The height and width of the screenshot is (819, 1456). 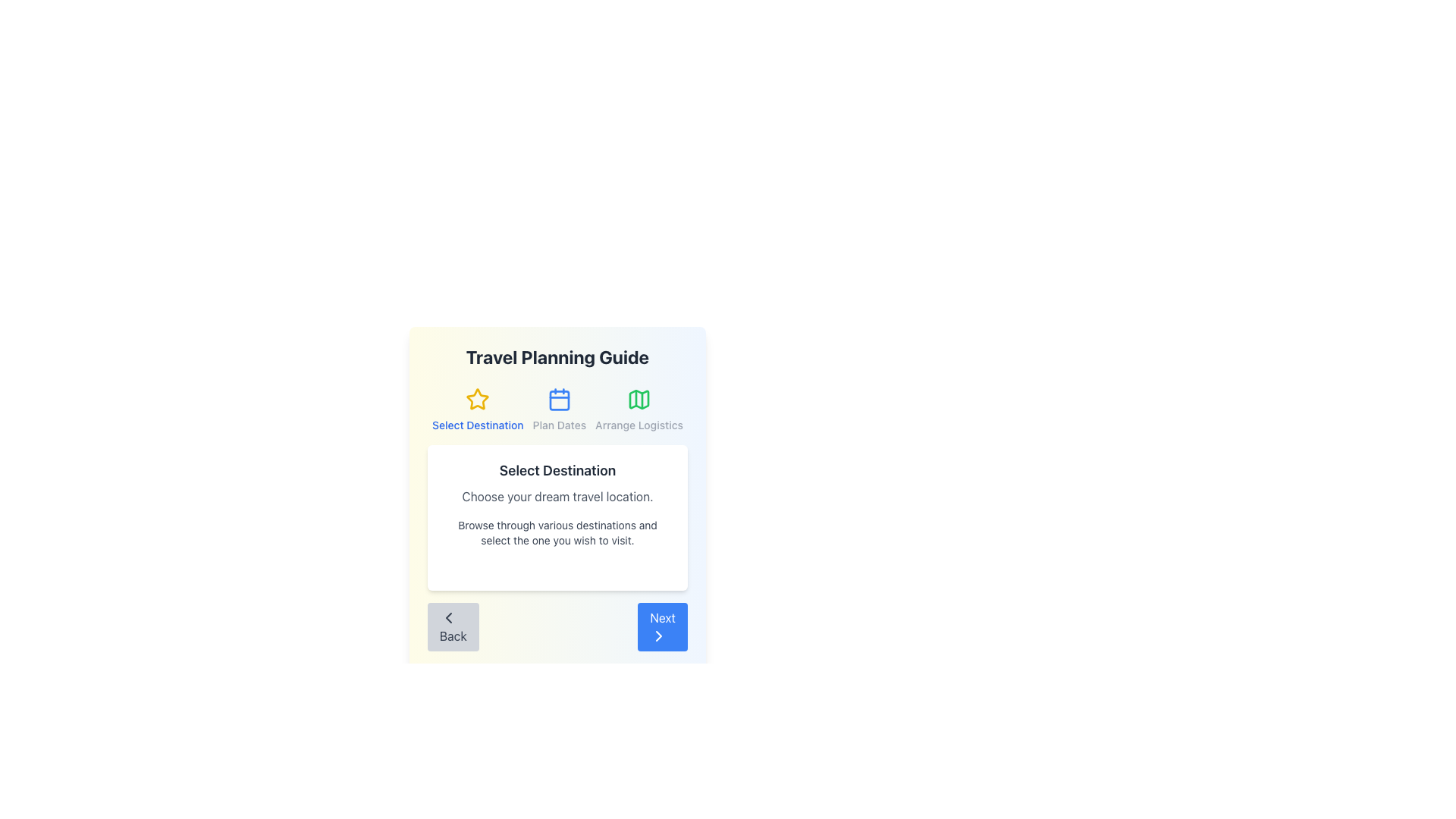 What do you see at coordinates (639, 425) in the screenshot?
I see `the text label that describes the purpose of the icon above it, which provides a hint about planning logistics for a trip, located centrally below a map icon in the 'Travel Planning Guide' card` at bounding box center [639, 425].